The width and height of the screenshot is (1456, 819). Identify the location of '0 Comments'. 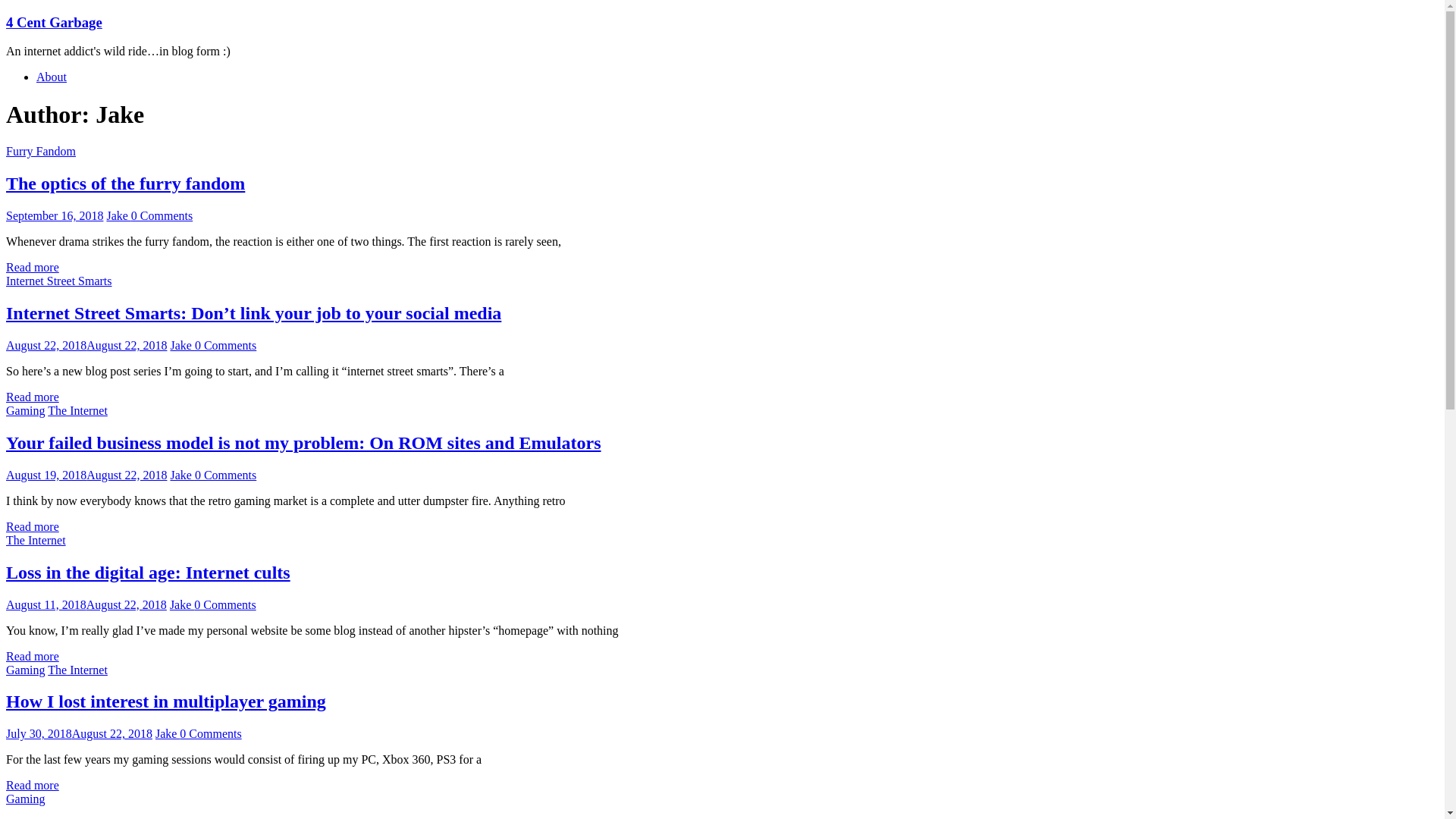
(130, 215).